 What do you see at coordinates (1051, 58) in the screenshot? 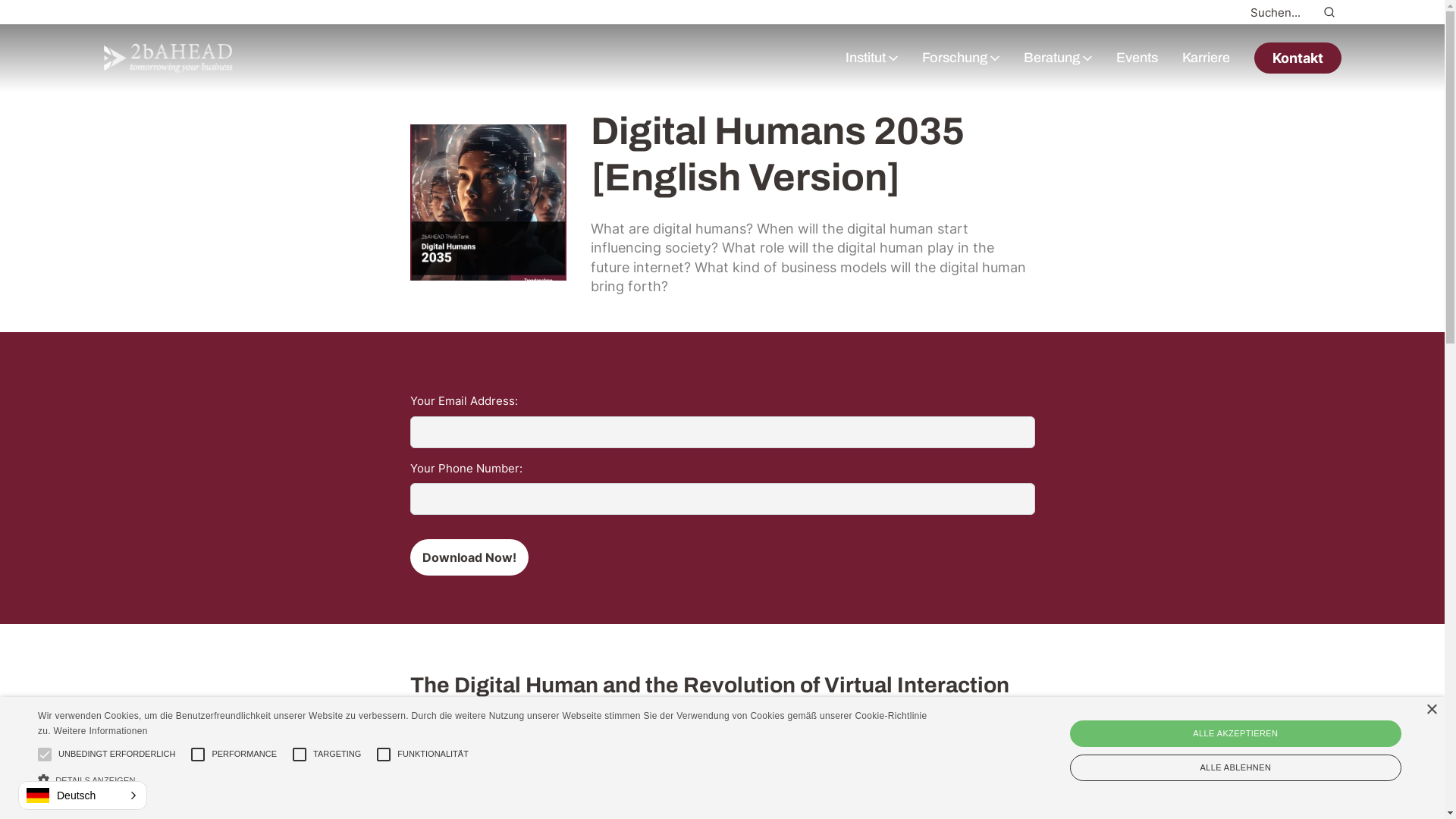
I see `'Beratung'` at bounding box center [1051, 58].